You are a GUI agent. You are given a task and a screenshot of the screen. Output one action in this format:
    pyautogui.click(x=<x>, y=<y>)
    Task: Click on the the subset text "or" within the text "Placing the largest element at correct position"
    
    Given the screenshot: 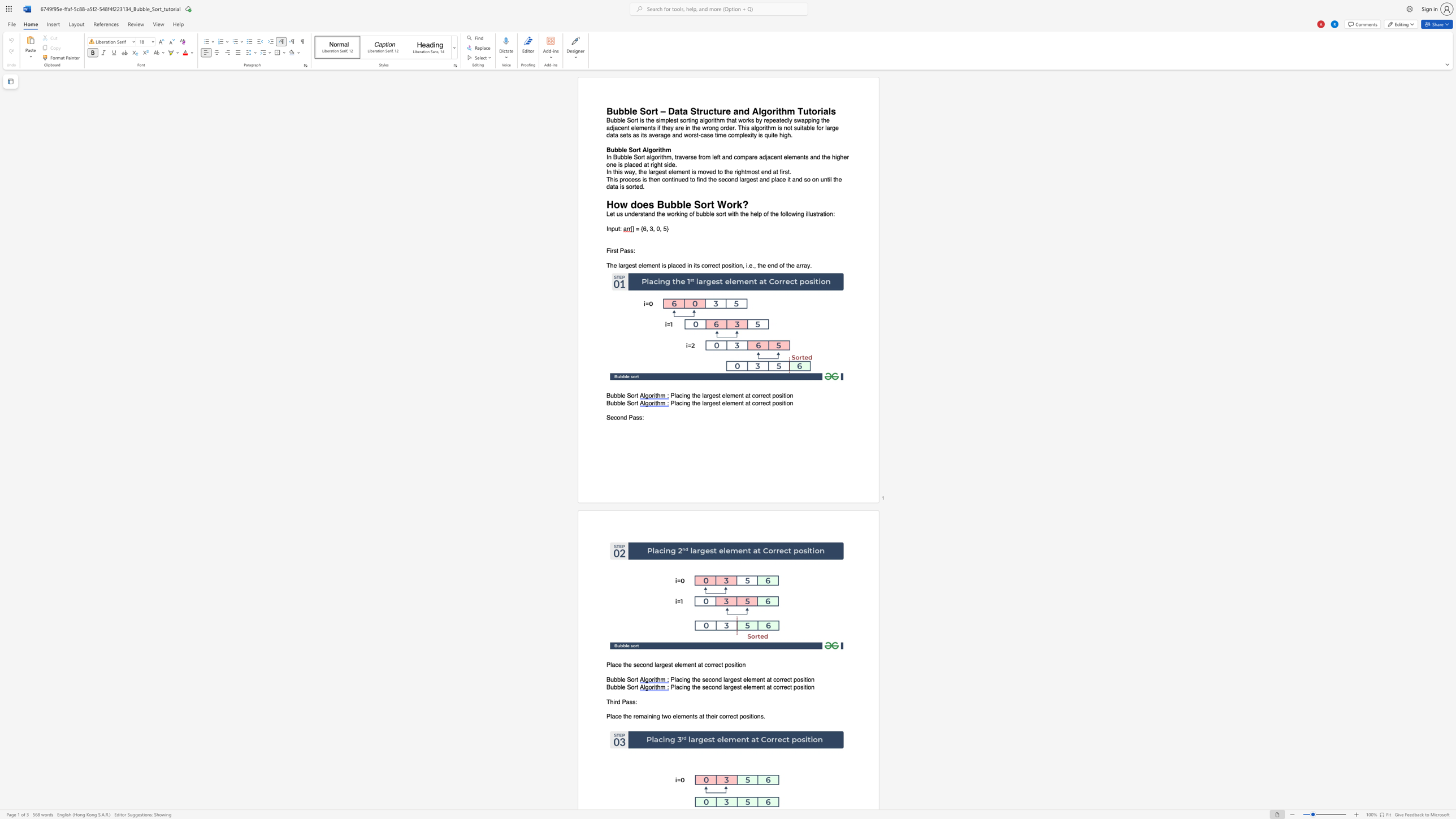 What is the action you would take?
    pyautogui.click(x=755, y=402)
    